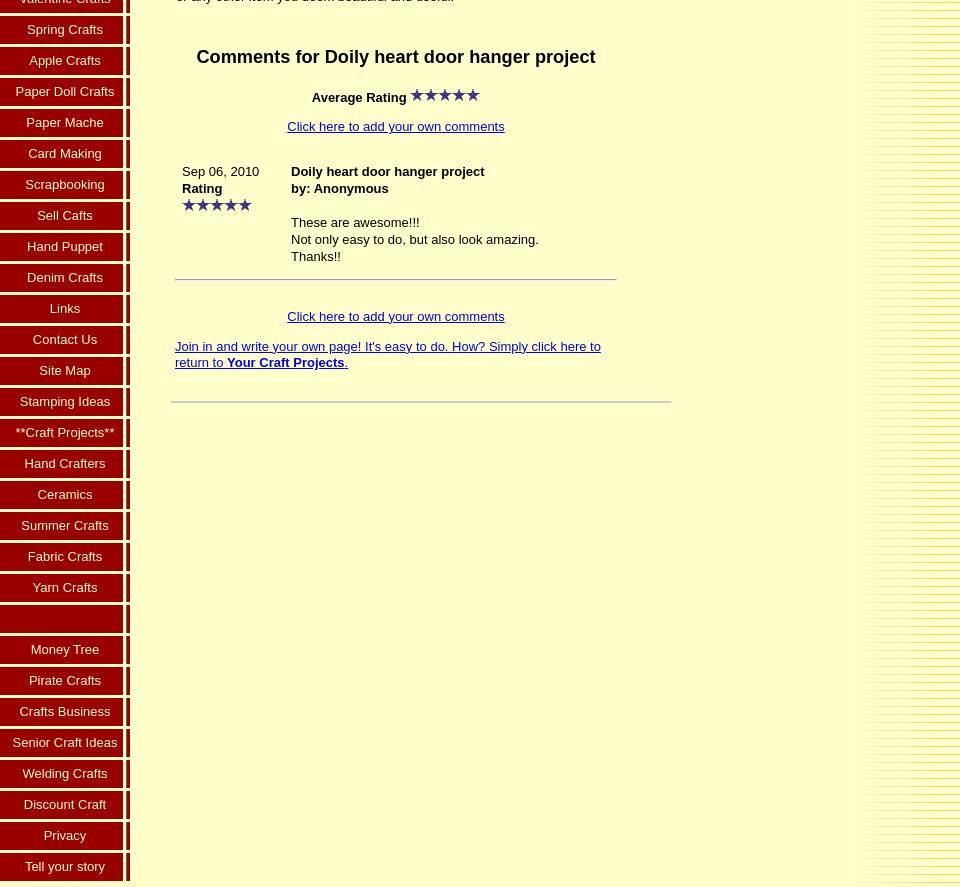 This screenshot has width=960, height=887. What do you see at coordinates (360, 95) in the screenshot?
I see `'Average Rating'` at bounding box center [360, 95].